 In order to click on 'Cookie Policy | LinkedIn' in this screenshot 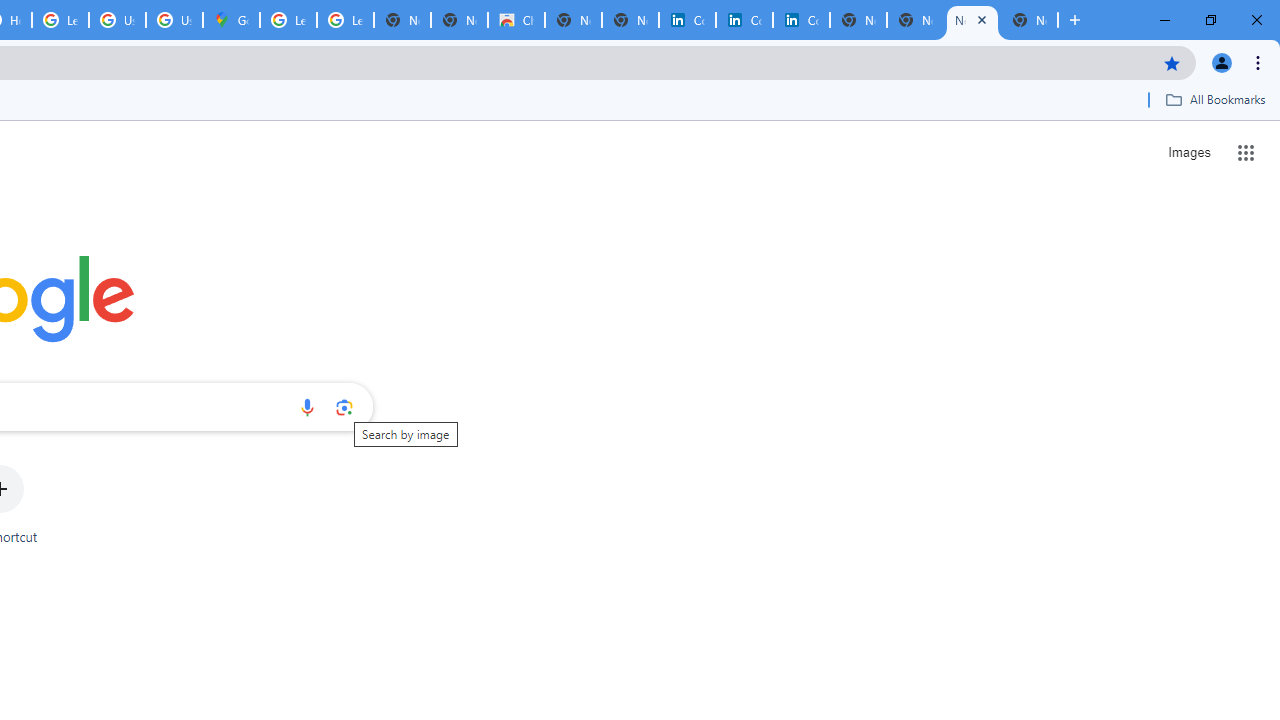, I will do `click(743, 20)`.